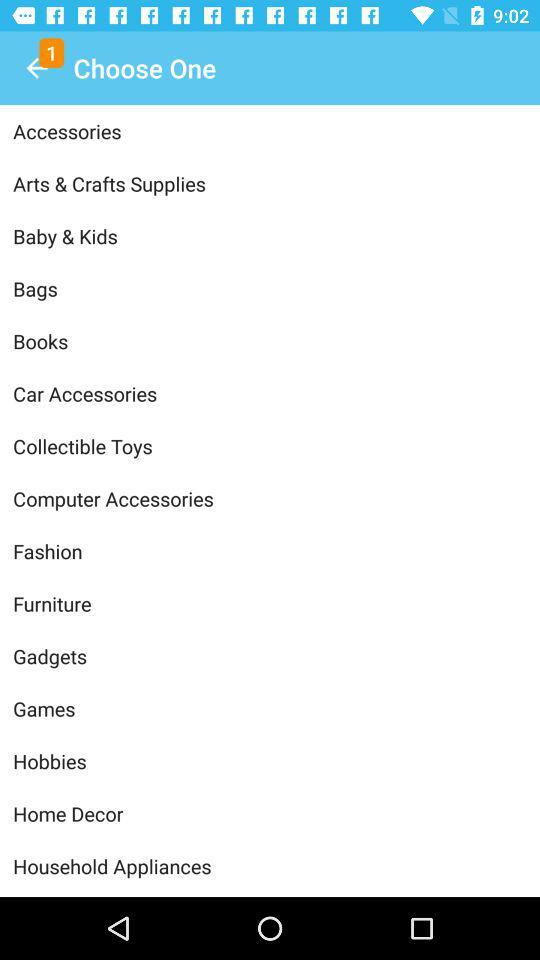  I want to click on item below the arts & crafts supplies, so click(270, 236).